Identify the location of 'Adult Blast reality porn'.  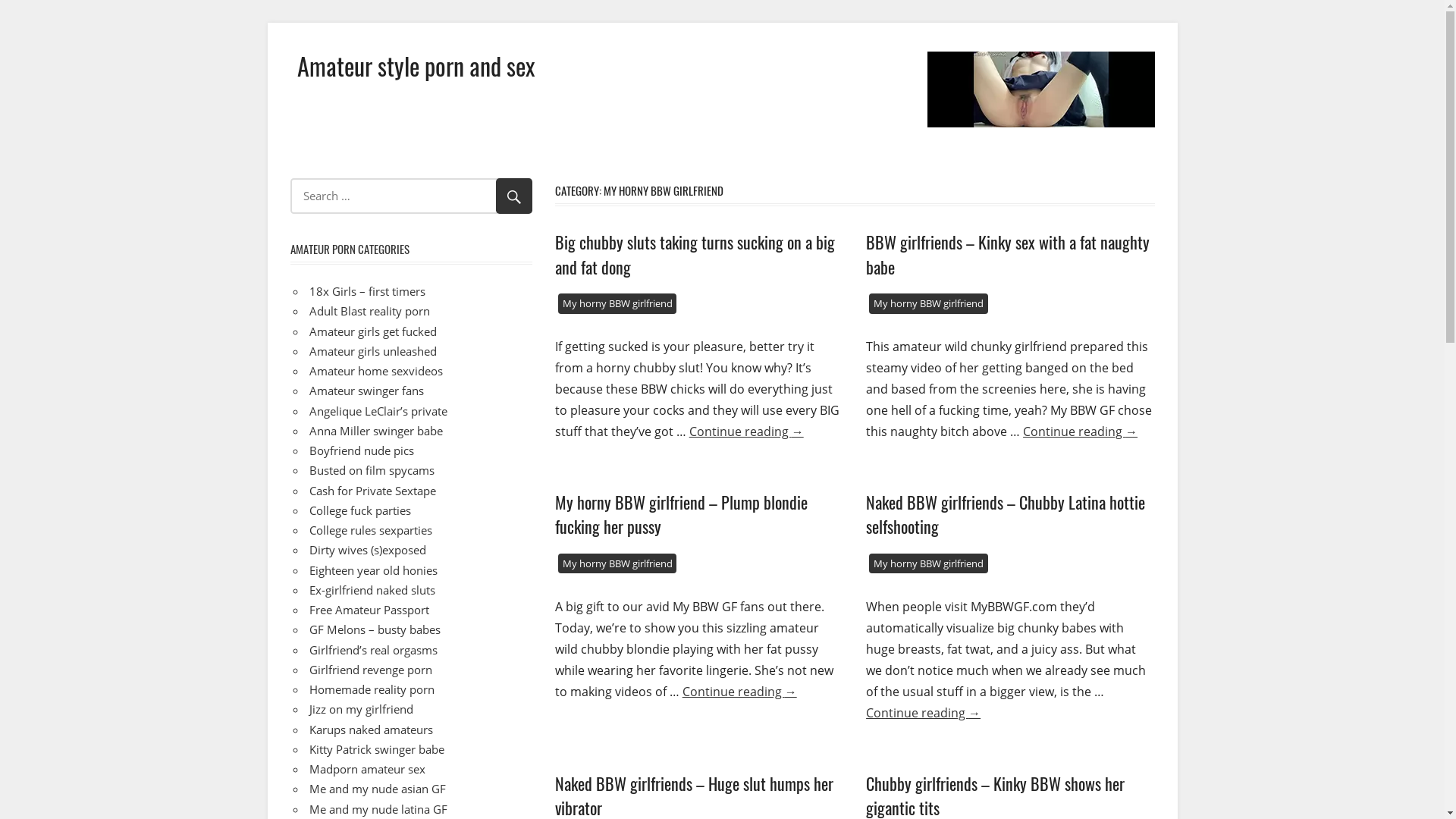
(369, 309).